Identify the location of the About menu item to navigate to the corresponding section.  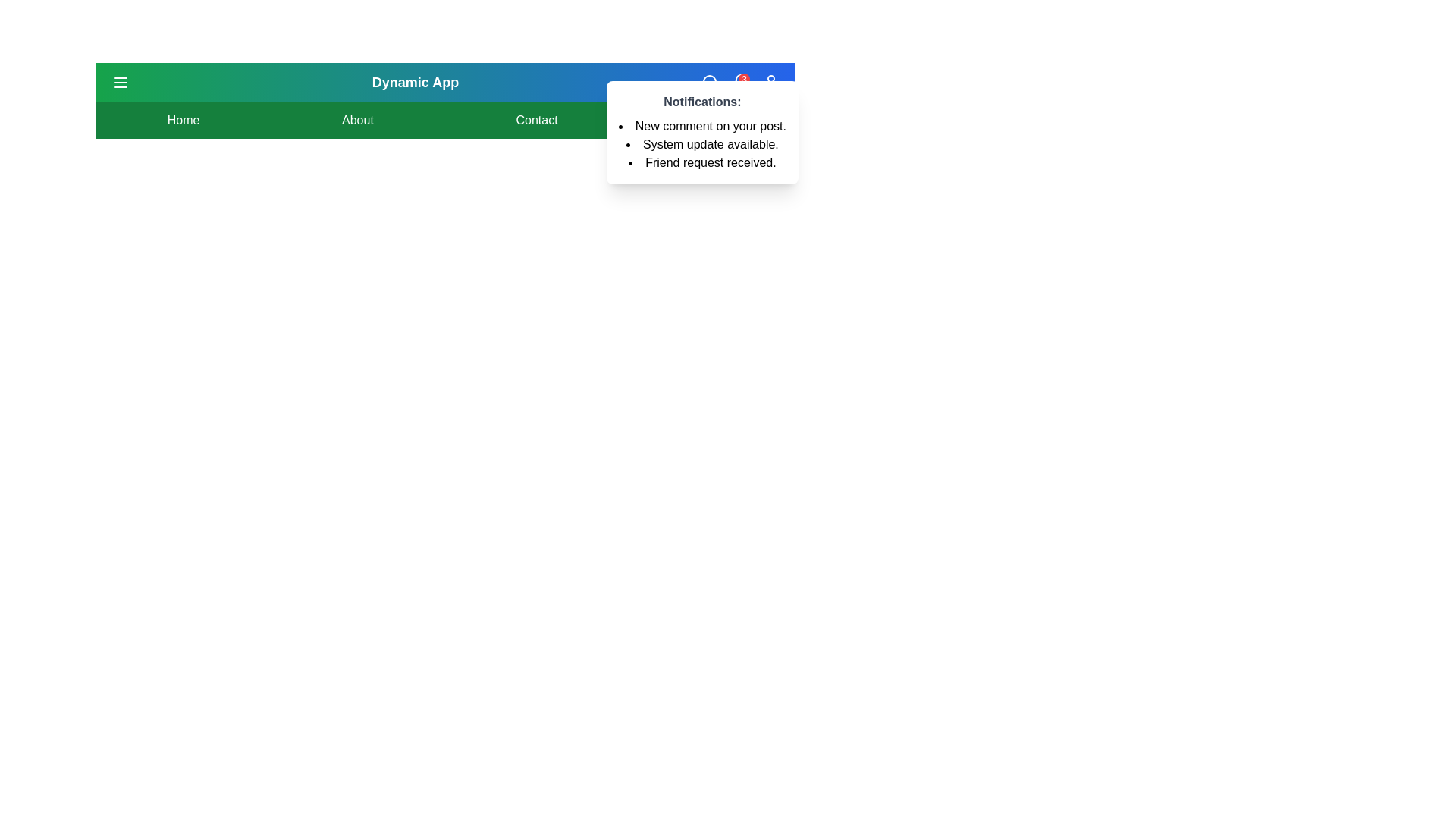
(356, 119).